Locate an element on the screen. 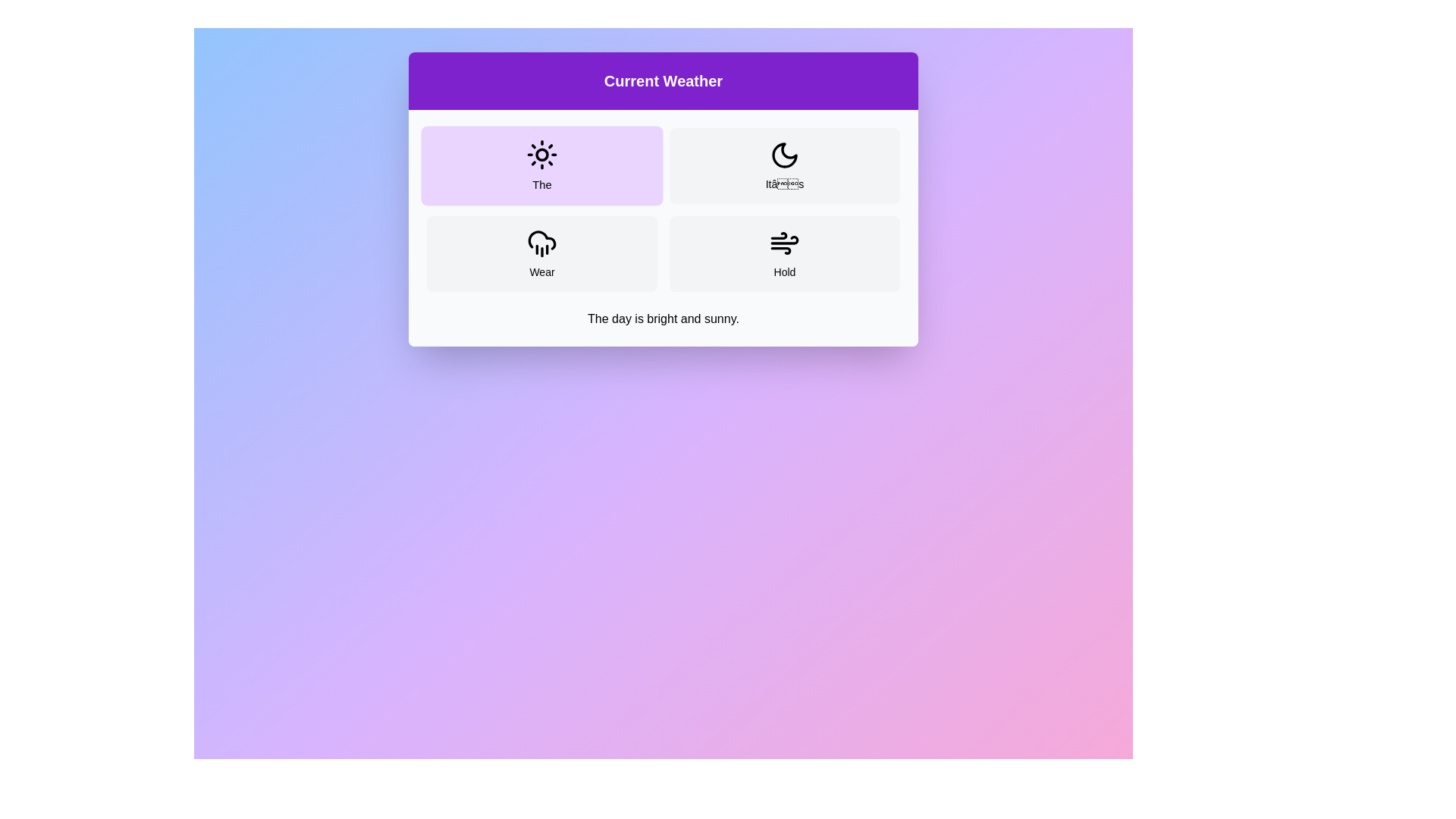 The image size is (1456, 819). the background to change its visual appearance is located at coordinates (582, 291).